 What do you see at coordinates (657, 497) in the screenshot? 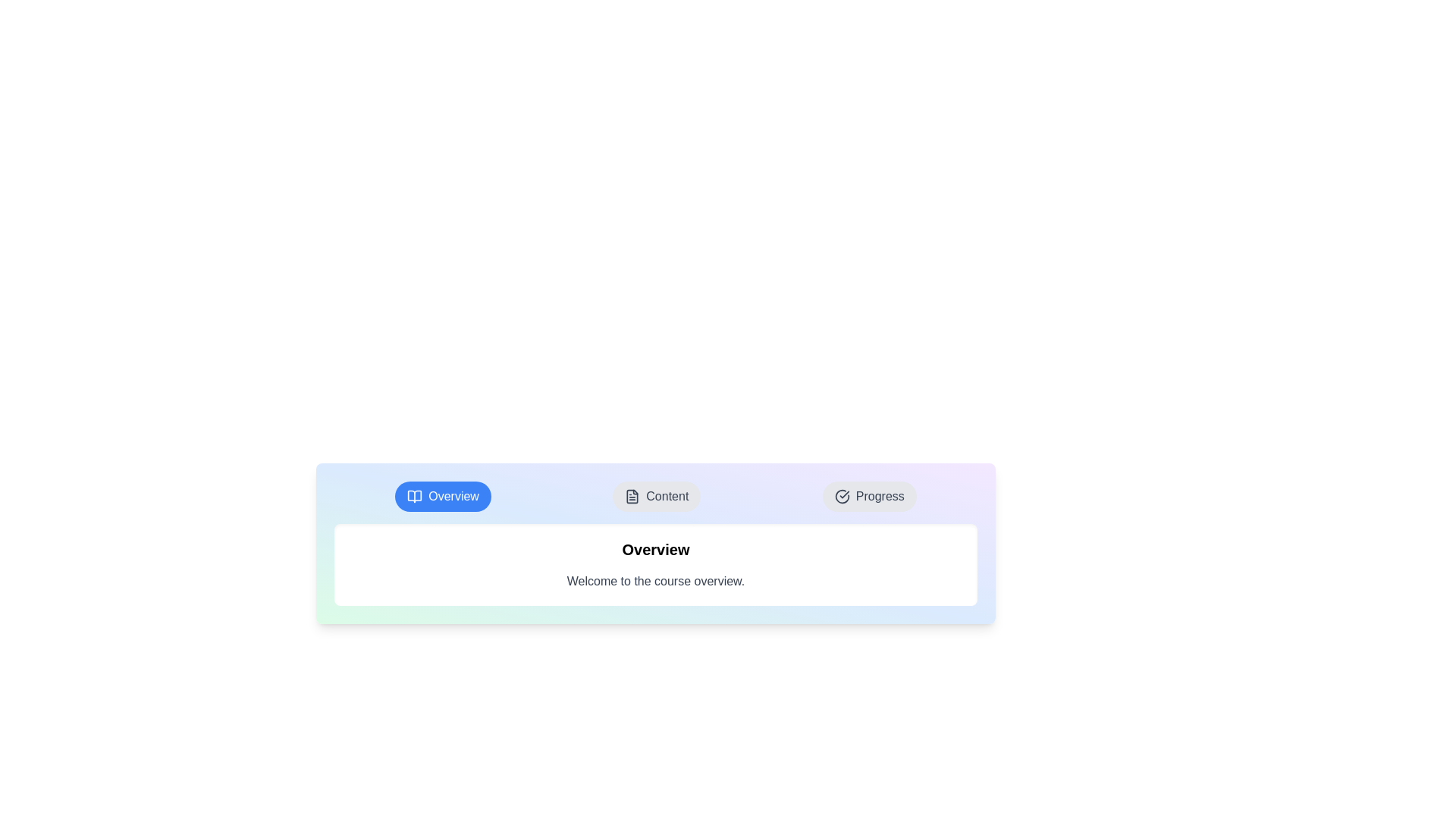
I see `the tab Content to observe its visual feedback` at bounding box center [657, 497].